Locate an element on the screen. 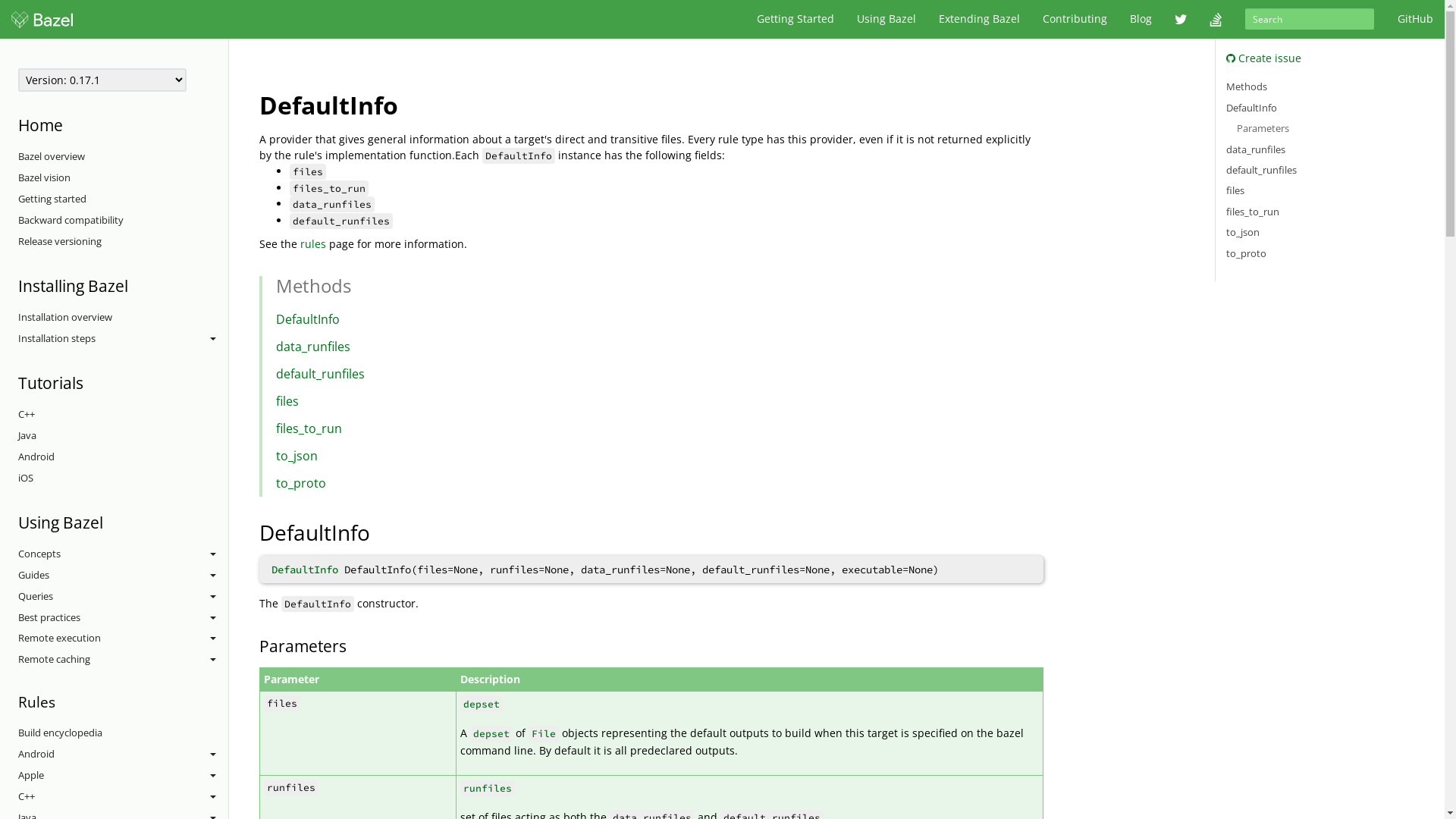 This screenshot has height=819, width=1456. 'Getting started' is located at coordinates (123, 198).